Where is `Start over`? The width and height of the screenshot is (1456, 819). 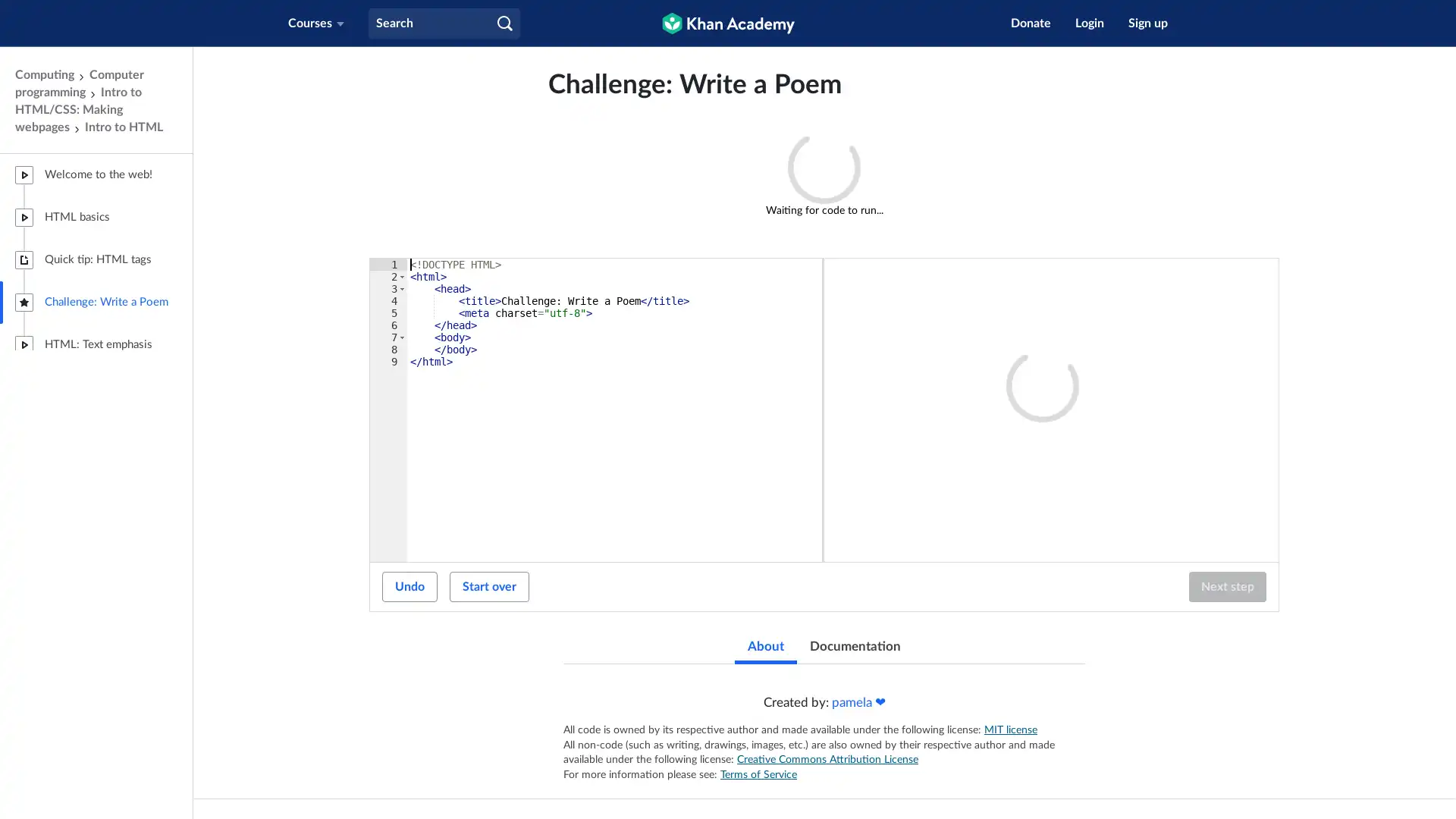
Start over is located at coordinates (489, 580).